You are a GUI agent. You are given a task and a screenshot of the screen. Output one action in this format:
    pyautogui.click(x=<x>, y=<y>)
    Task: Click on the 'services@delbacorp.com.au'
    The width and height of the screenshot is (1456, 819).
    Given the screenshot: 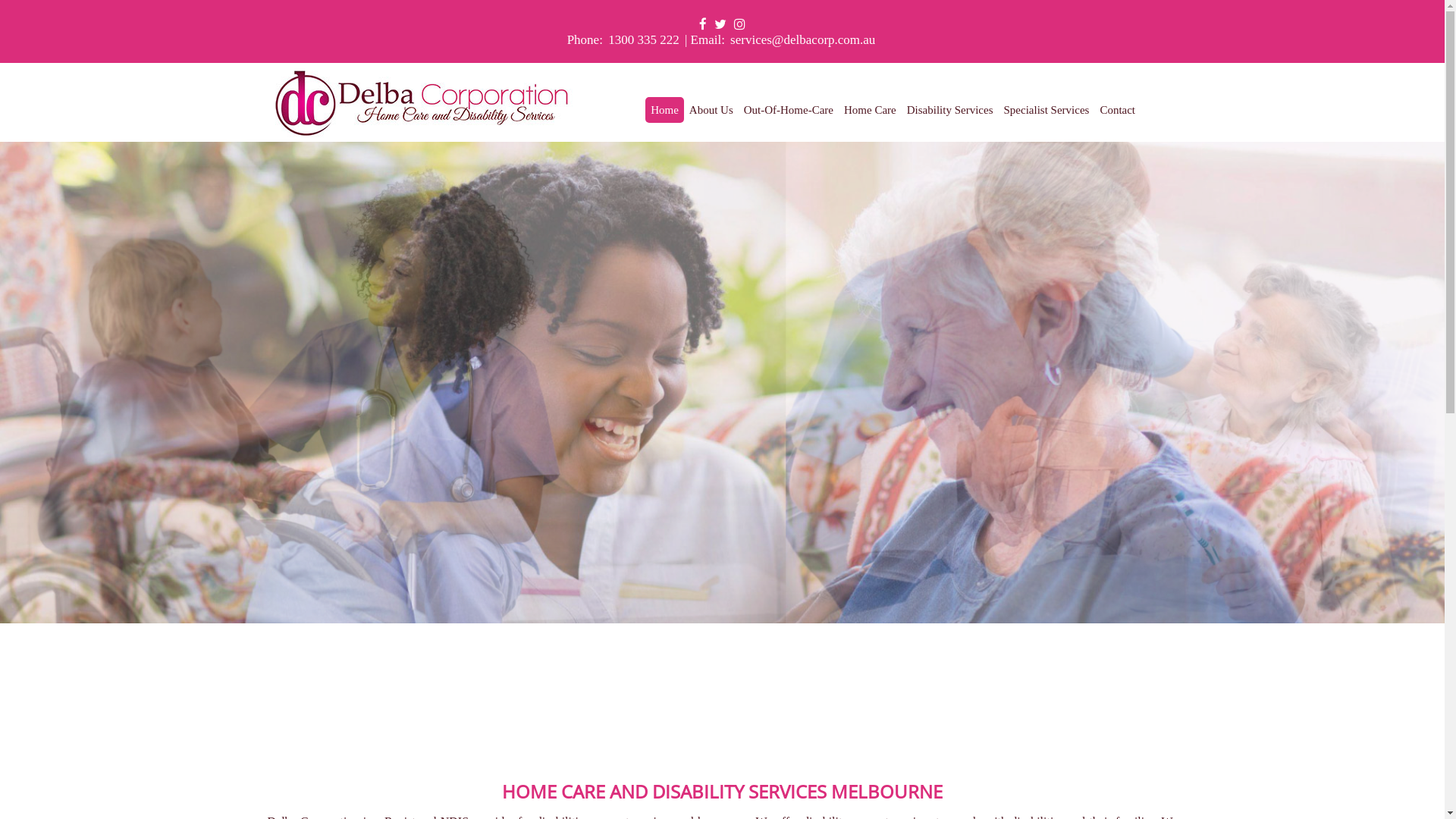 What is the action you would take?
    pyautogui.click(x=728, y=39)
    